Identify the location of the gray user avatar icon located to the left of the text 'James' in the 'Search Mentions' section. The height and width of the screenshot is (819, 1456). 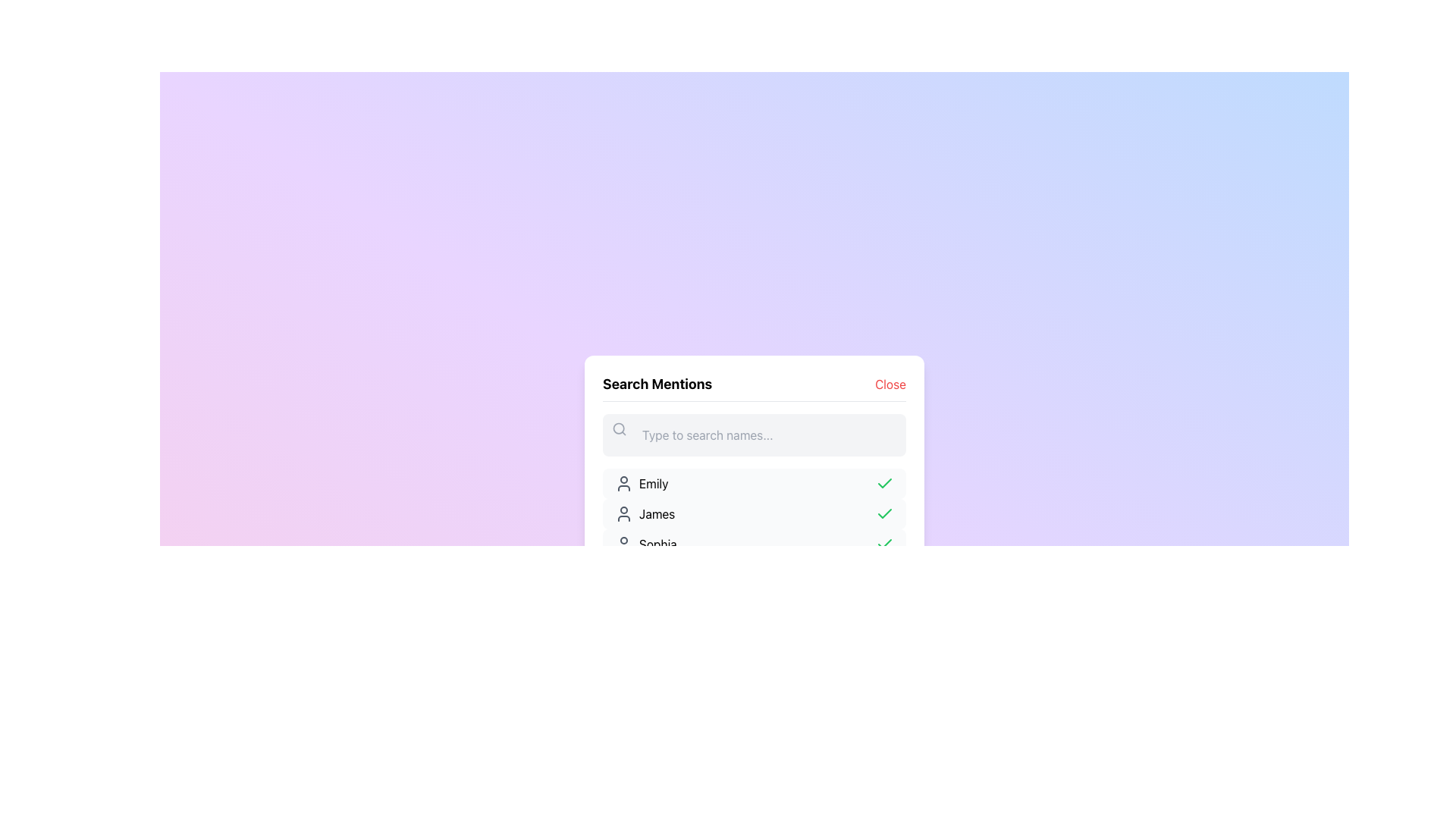
(623, 513).